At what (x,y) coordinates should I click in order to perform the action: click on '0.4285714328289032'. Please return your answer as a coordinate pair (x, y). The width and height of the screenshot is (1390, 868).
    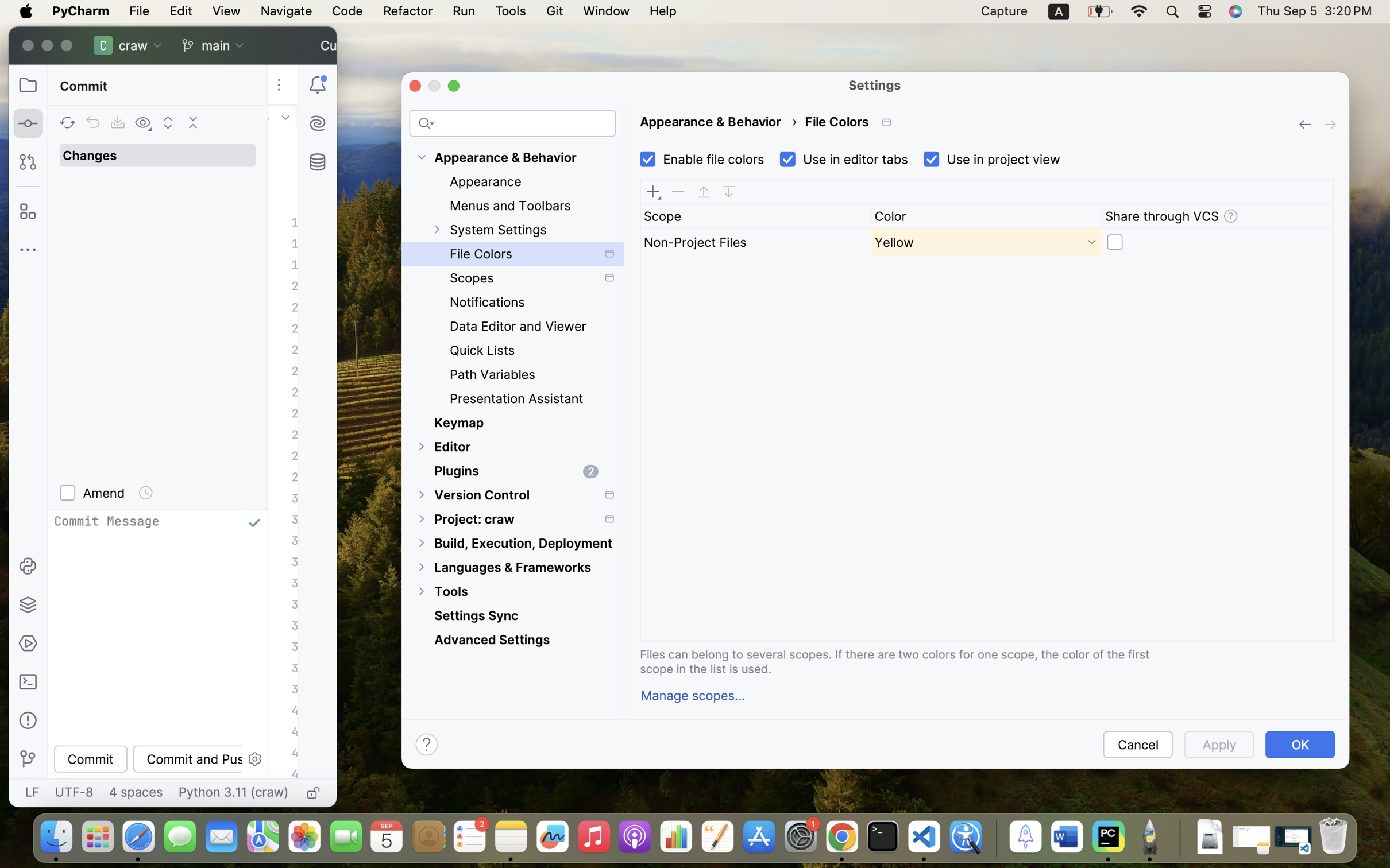
    Looking at the image, I should click on (994, 837).